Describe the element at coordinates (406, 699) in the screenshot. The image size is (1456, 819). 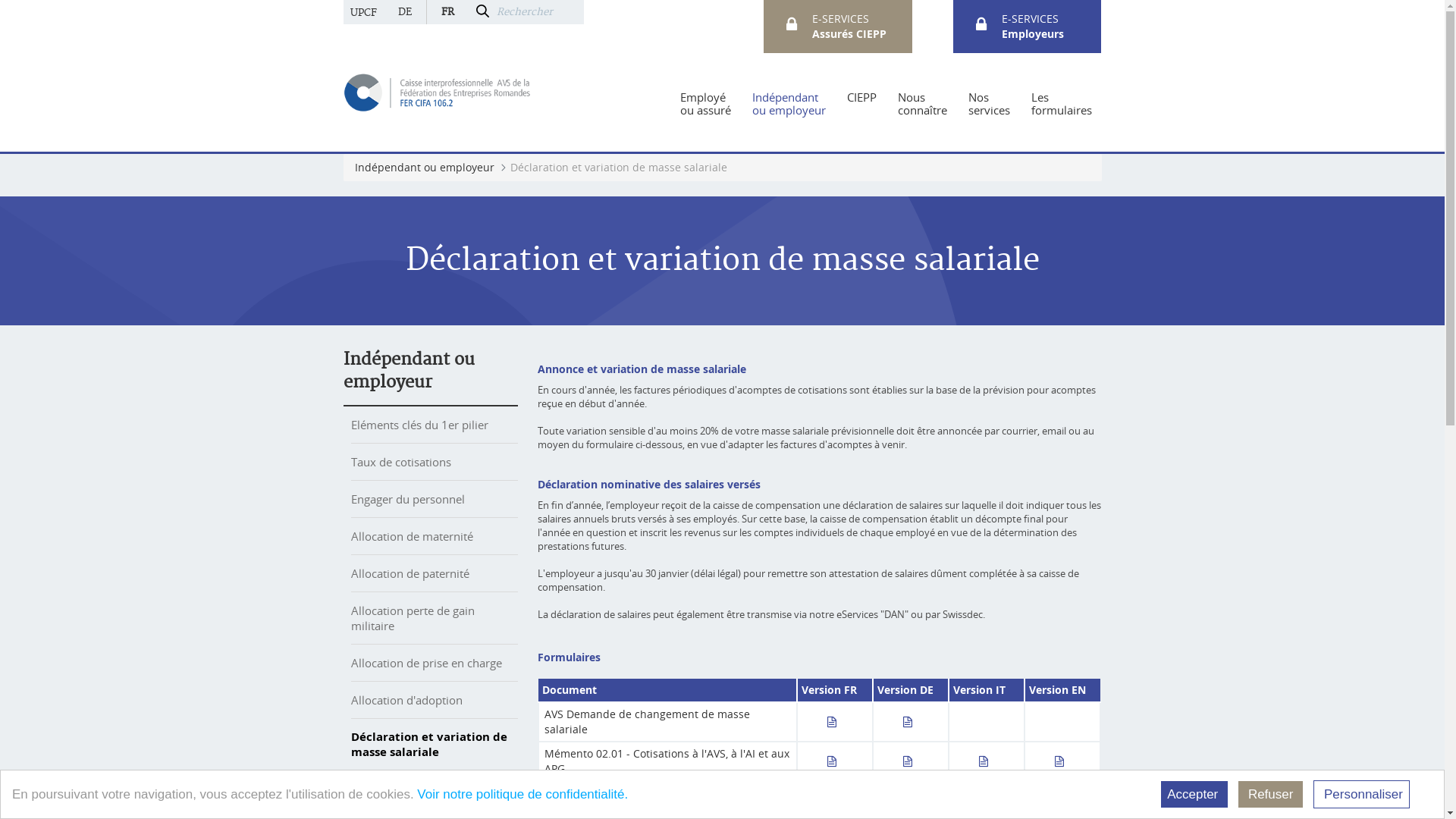
I see `'Allocation d'adoption'` at that location.